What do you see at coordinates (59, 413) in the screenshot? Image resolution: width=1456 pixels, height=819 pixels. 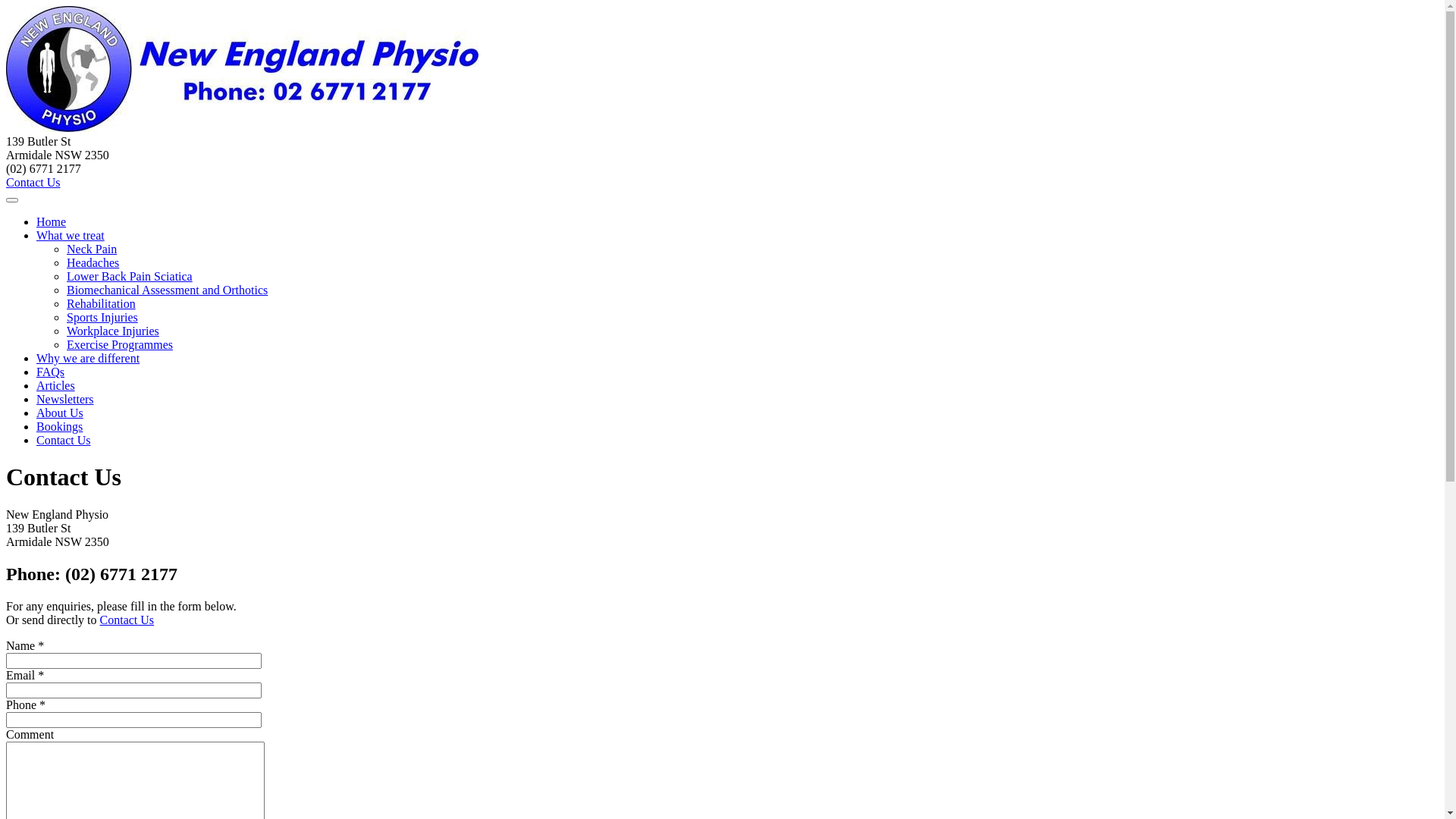 I see `'About Us'` at bounding box center [59, 413].